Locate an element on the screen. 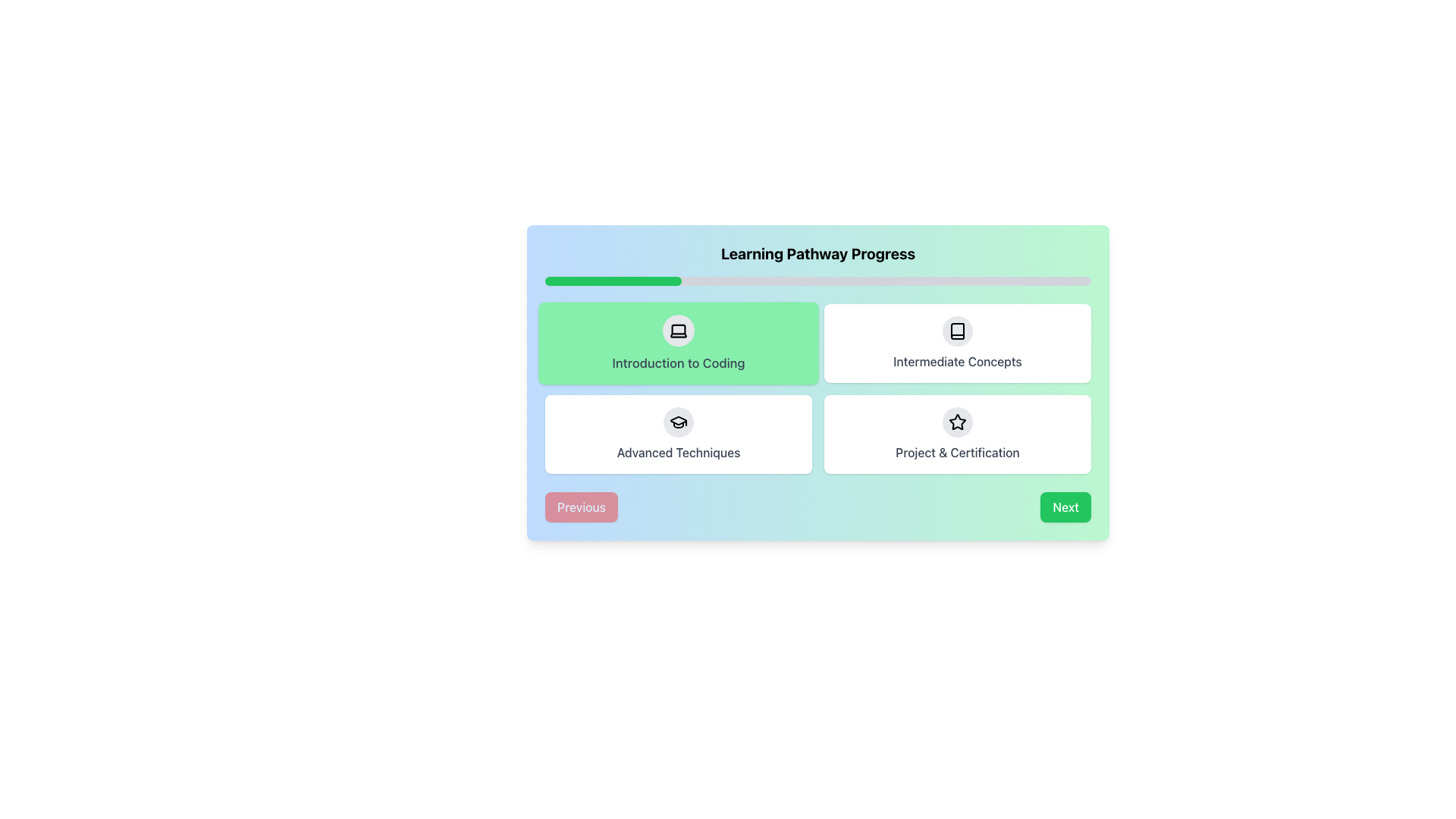  progress is located at coordinates (932, 281).